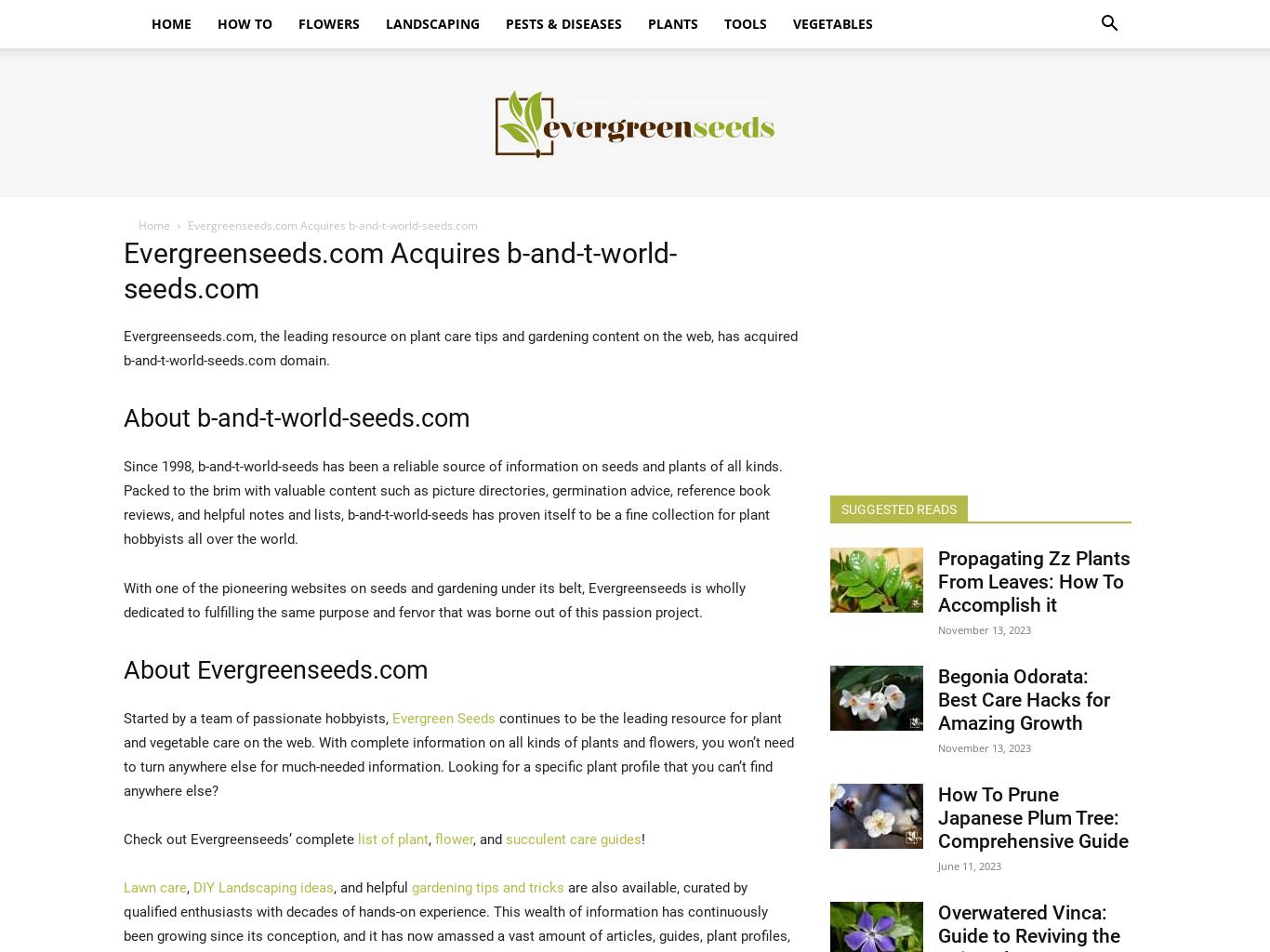 The width and height of the screenshot is (1270, 952). I want to click on 'Evergreenseeds.com, the leading resource on plant care tips and gardening content on the web, has acquired b-and-t-world-seeds.com domain.', so click(460, 348).